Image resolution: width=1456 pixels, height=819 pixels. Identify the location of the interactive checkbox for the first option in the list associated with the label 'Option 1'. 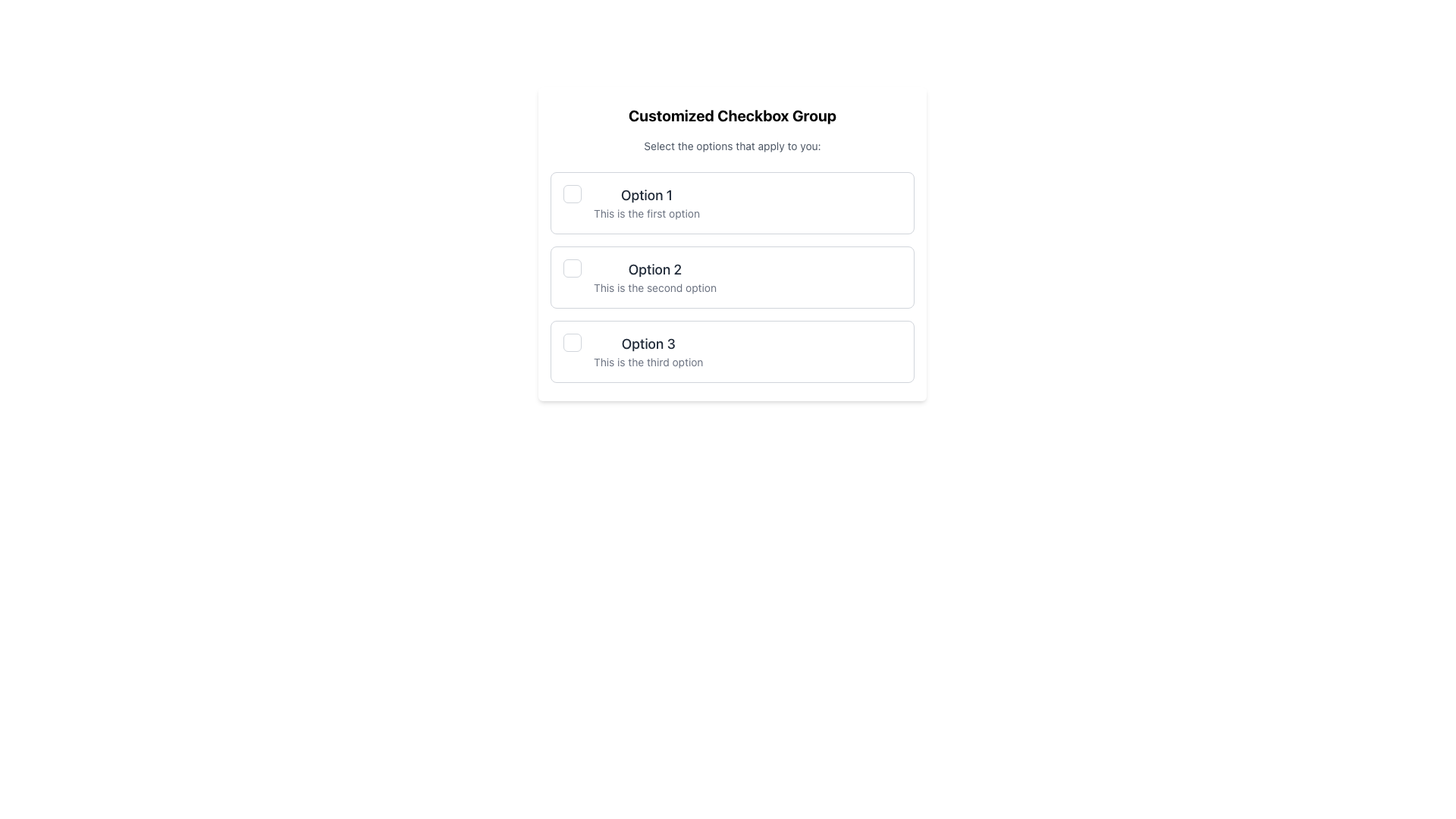
(571, 193).